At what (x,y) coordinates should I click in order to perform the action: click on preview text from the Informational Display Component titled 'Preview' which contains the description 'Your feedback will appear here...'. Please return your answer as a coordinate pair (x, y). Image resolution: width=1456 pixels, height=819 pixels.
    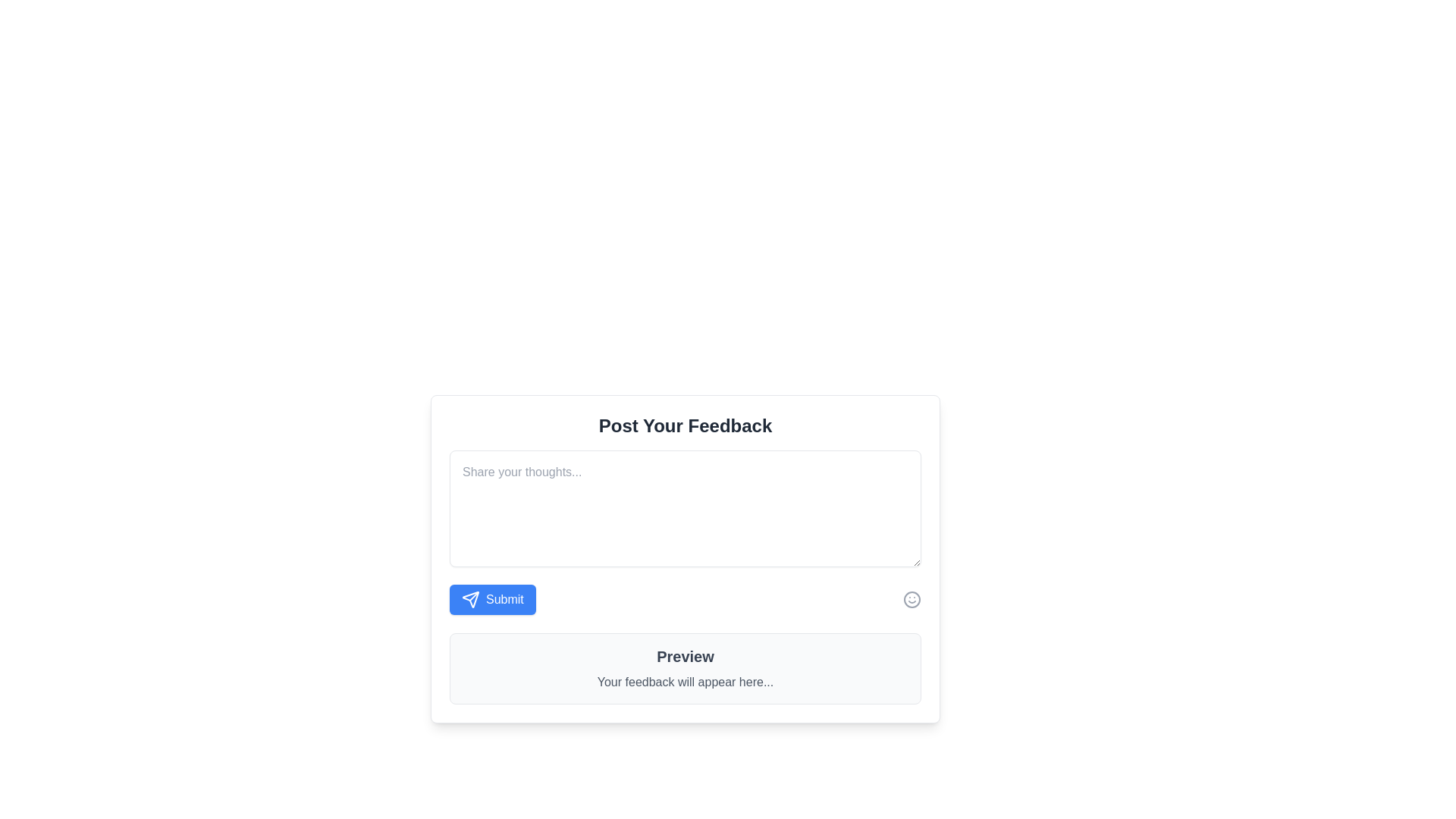
    Looking at the image, I should click on (684, 668).